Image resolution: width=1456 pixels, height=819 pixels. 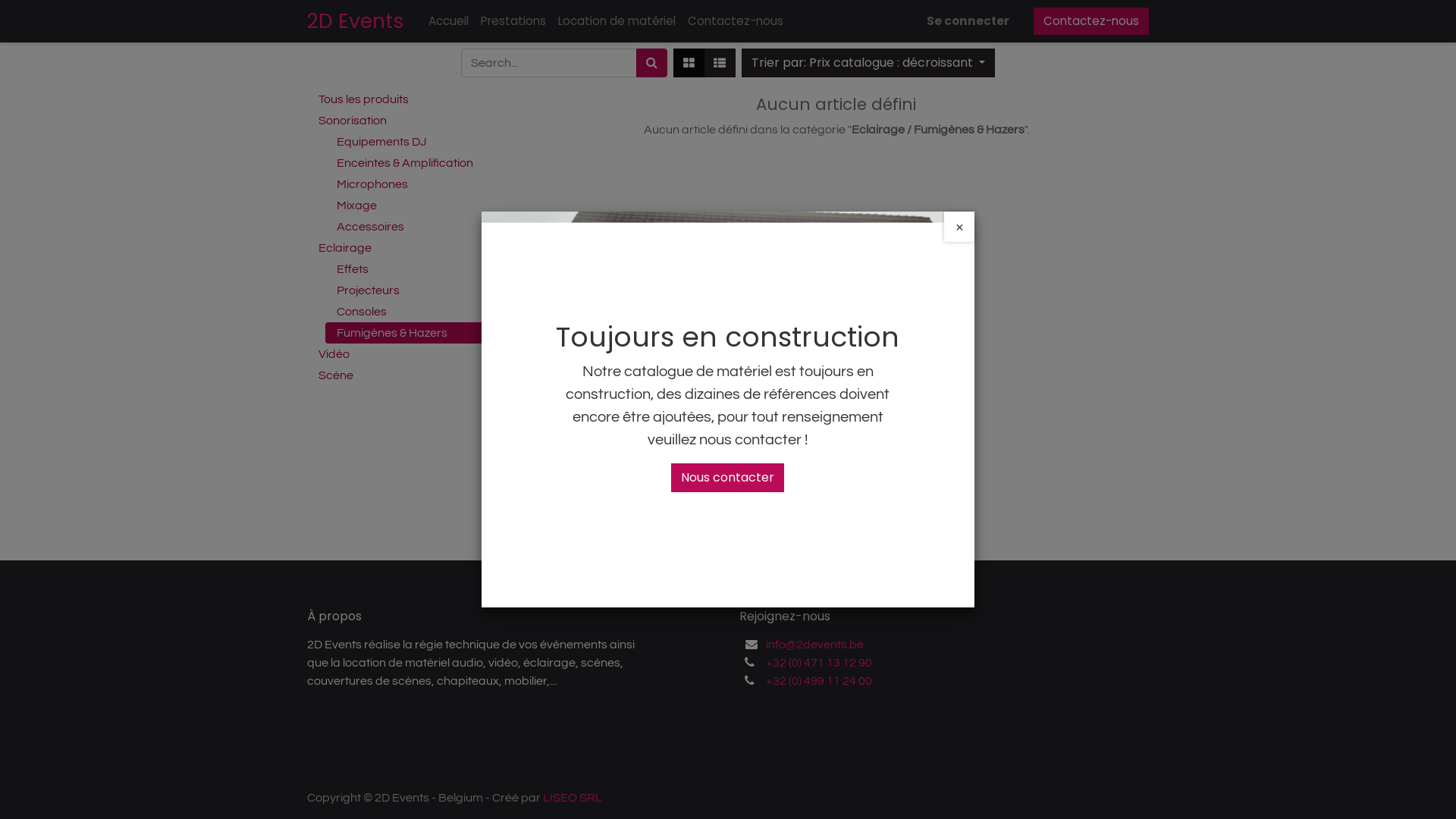 What do you see at coordinates (324, 311) in the screenshot?
I see `'Consoles'` at bounding box center [324, 311].